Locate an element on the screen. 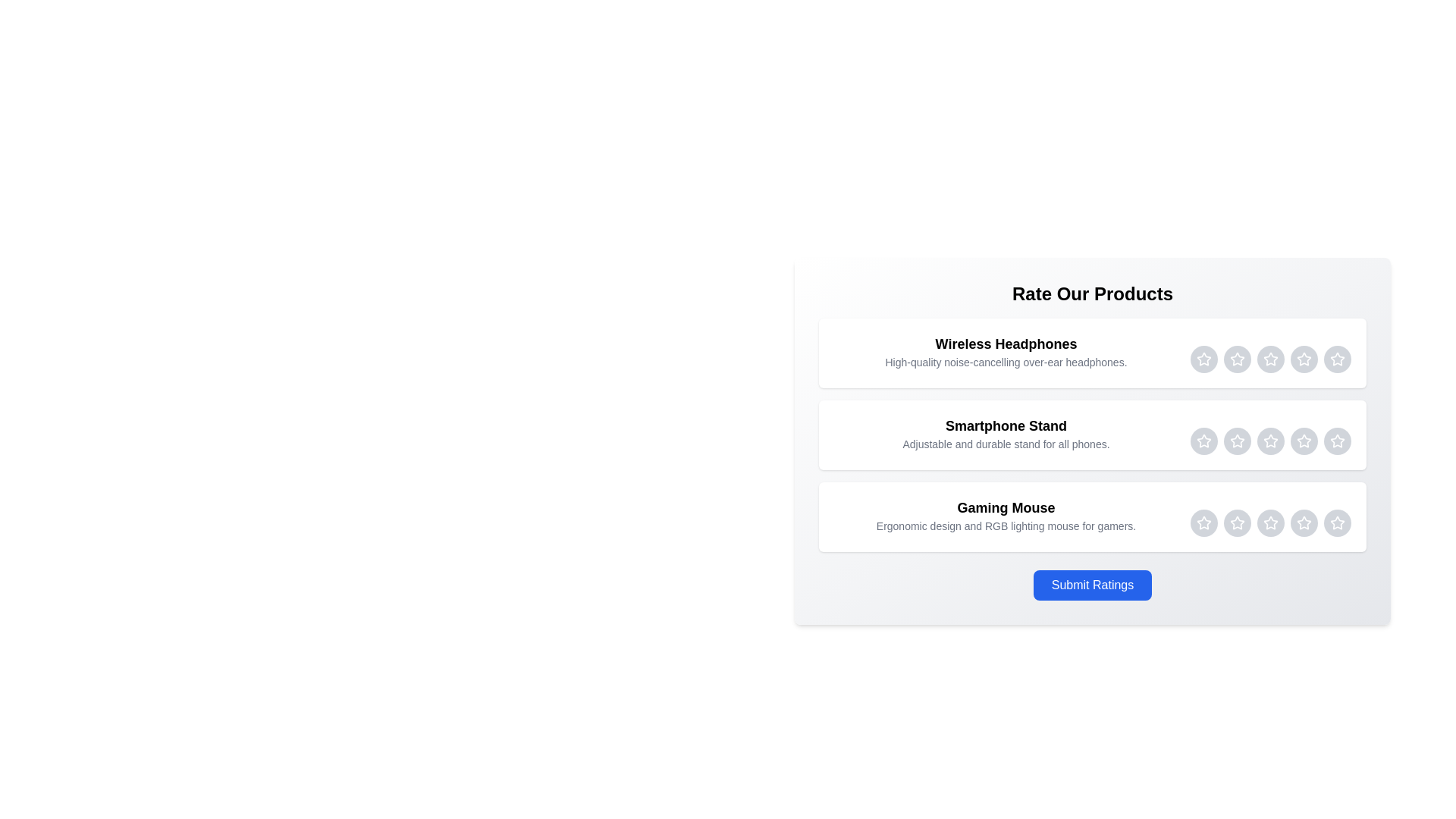 This screenshot has height=819, width=1456. the Wireless Headphones rating star 3 is located at coordinates (1270, 359).